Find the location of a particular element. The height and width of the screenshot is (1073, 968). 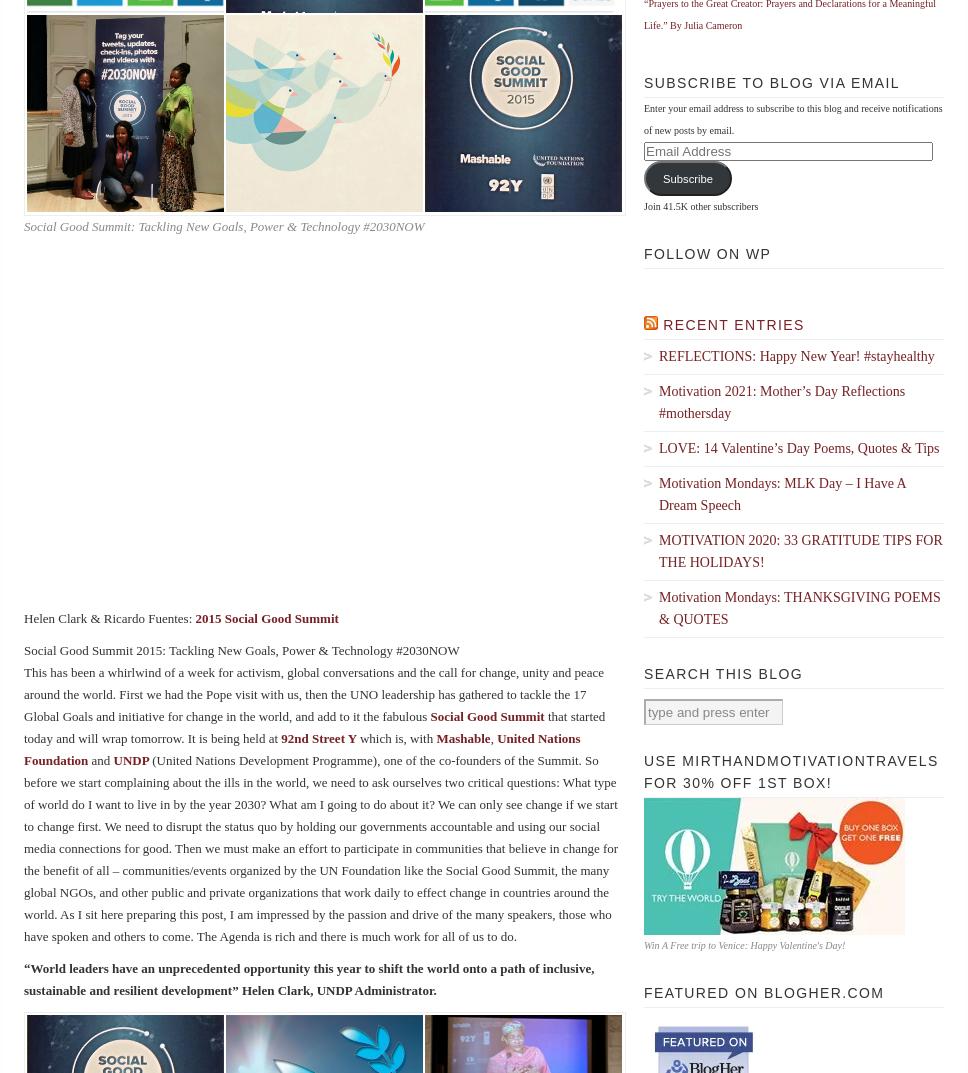

'MOTIVATION 2020: 33 GRATITUDE TIPS FOR THE HOLIDAYS!' is located at coordinates (659, 551).